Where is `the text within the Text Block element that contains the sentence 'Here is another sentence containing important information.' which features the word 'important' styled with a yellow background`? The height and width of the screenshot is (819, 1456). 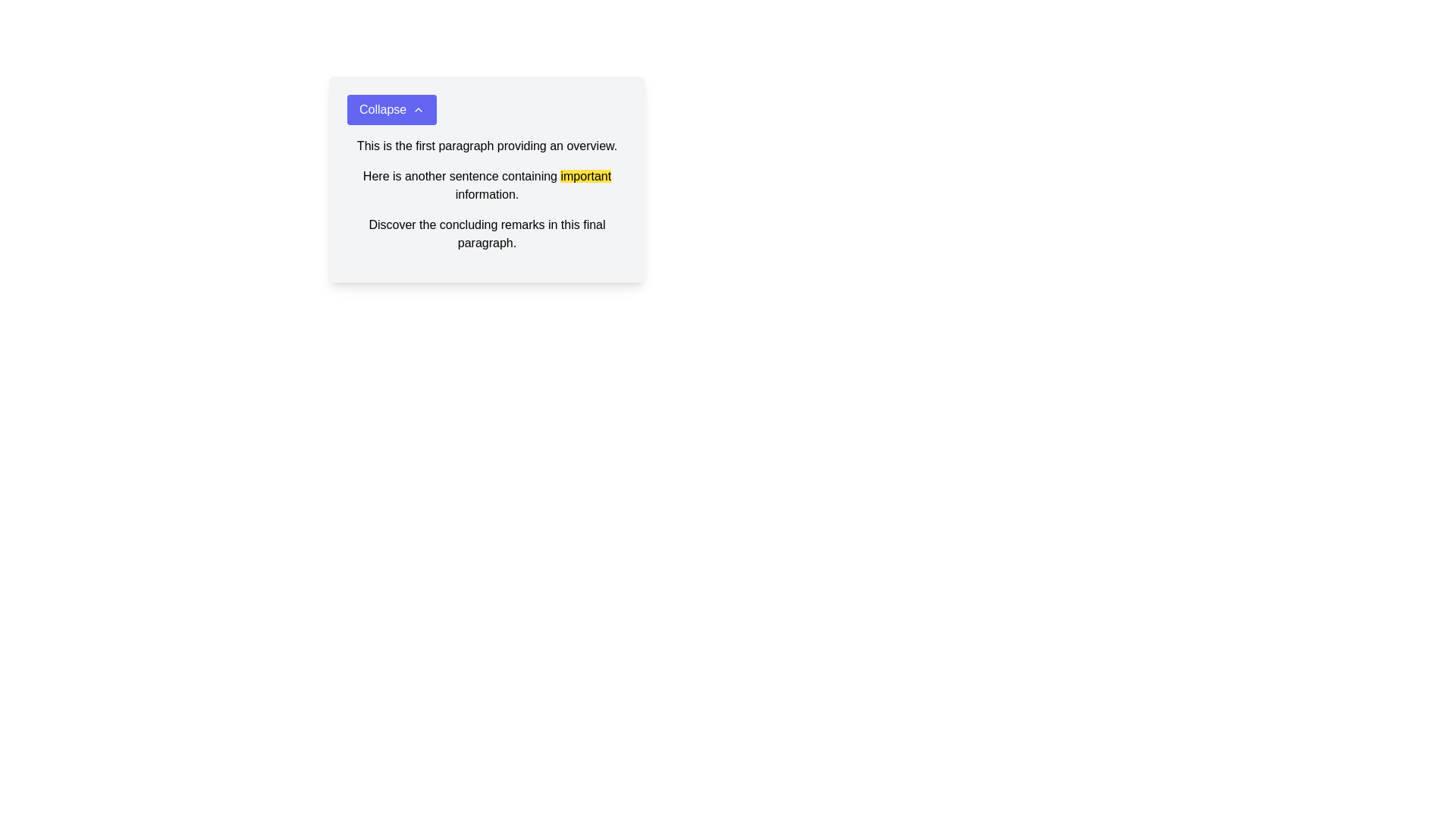
the text within the Text Block element that contains the sentence 'Here is another sentence containing important information.' which features the word 'important' styled with a yellow background is located at coordinates (487, 185).